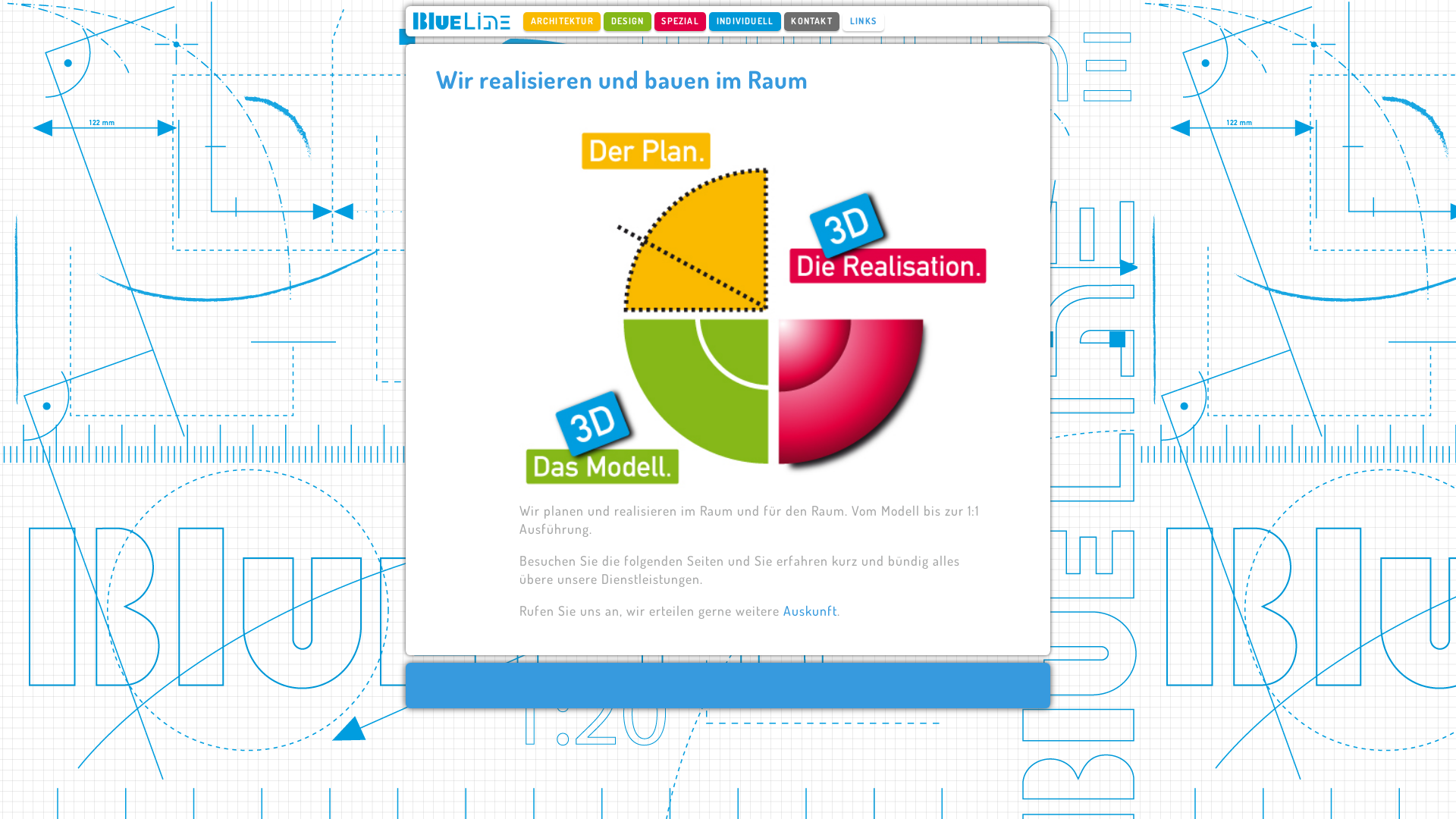 The image size is (1456, 819). I want to click on 'Auskunft', so click(809, 610).